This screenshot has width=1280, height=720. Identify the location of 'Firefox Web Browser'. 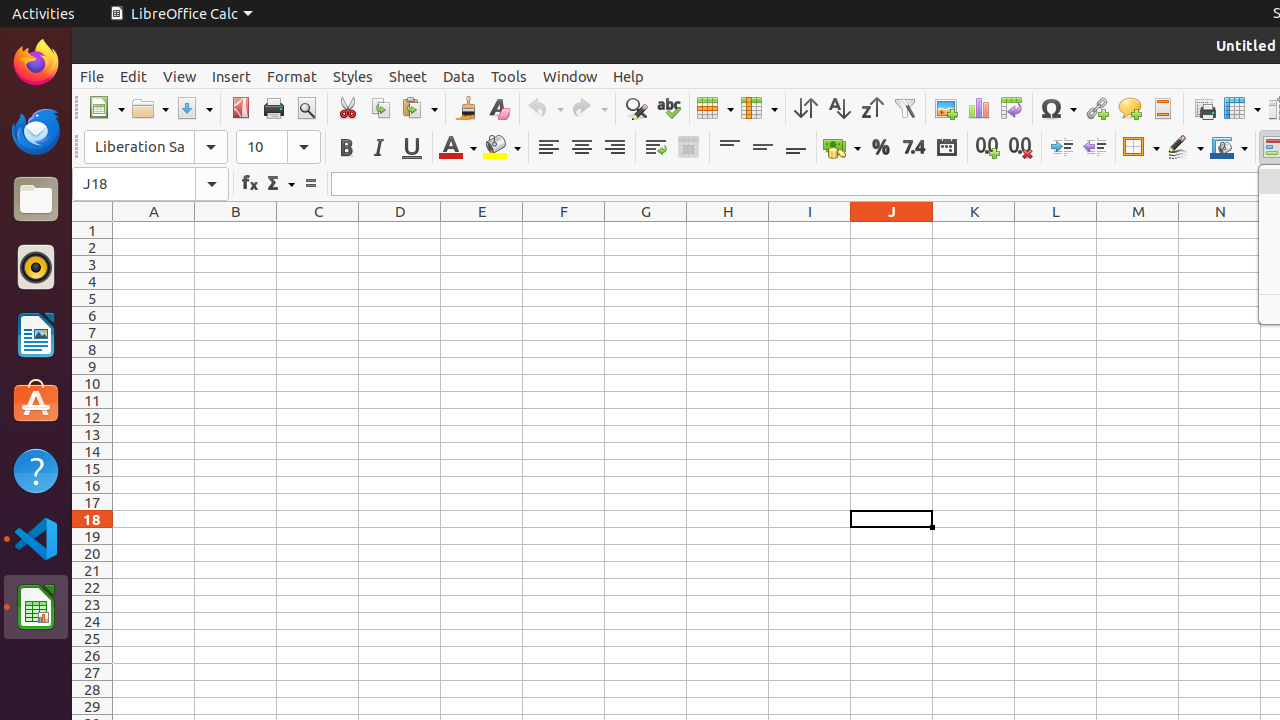
(35, 61).